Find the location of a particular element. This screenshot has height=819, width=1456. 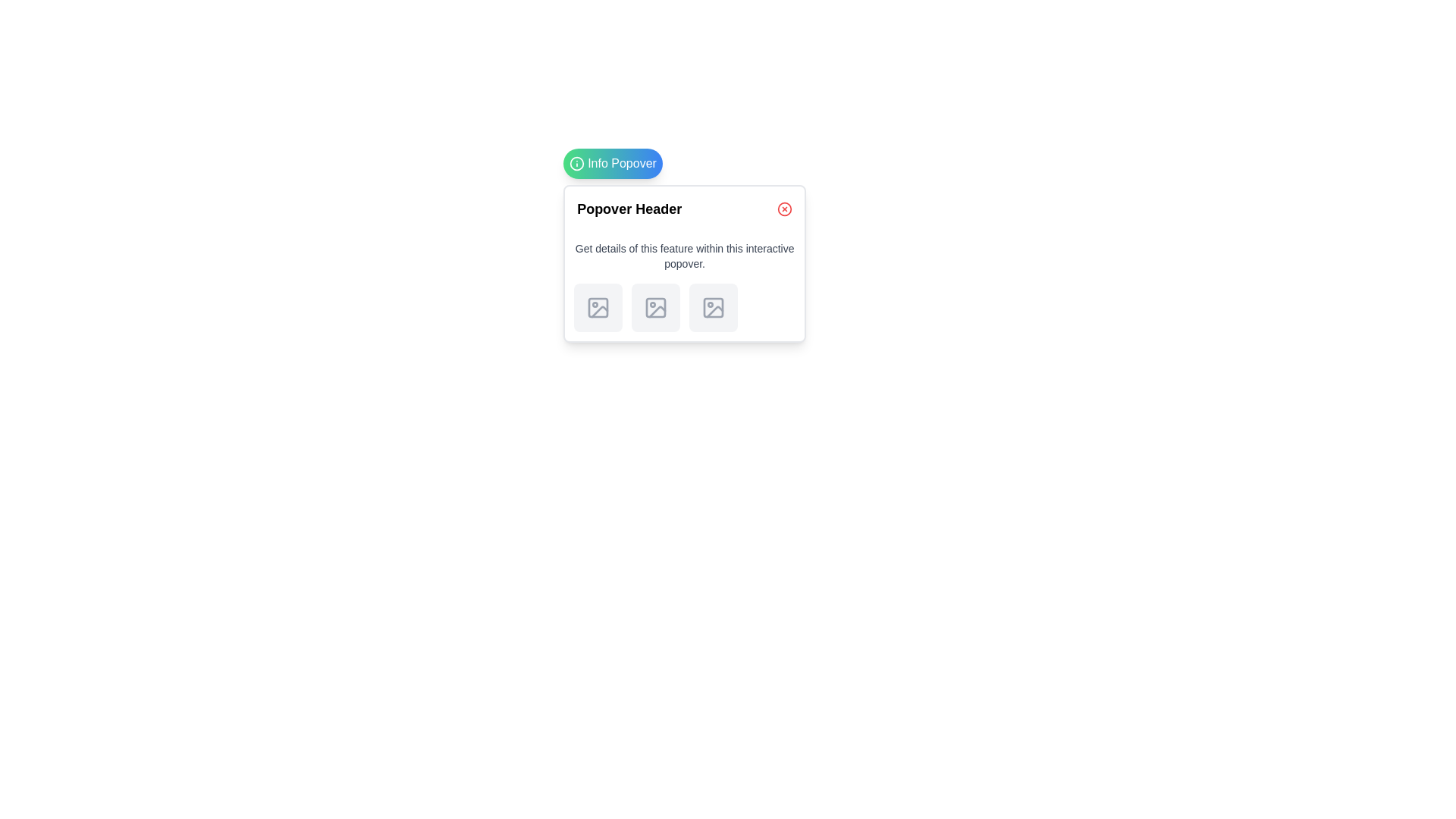

the first Icon button with a light gray background and a simplistic image icon inside the popover dialog box under 'Popover Header' is located at coordinates (598, 307).